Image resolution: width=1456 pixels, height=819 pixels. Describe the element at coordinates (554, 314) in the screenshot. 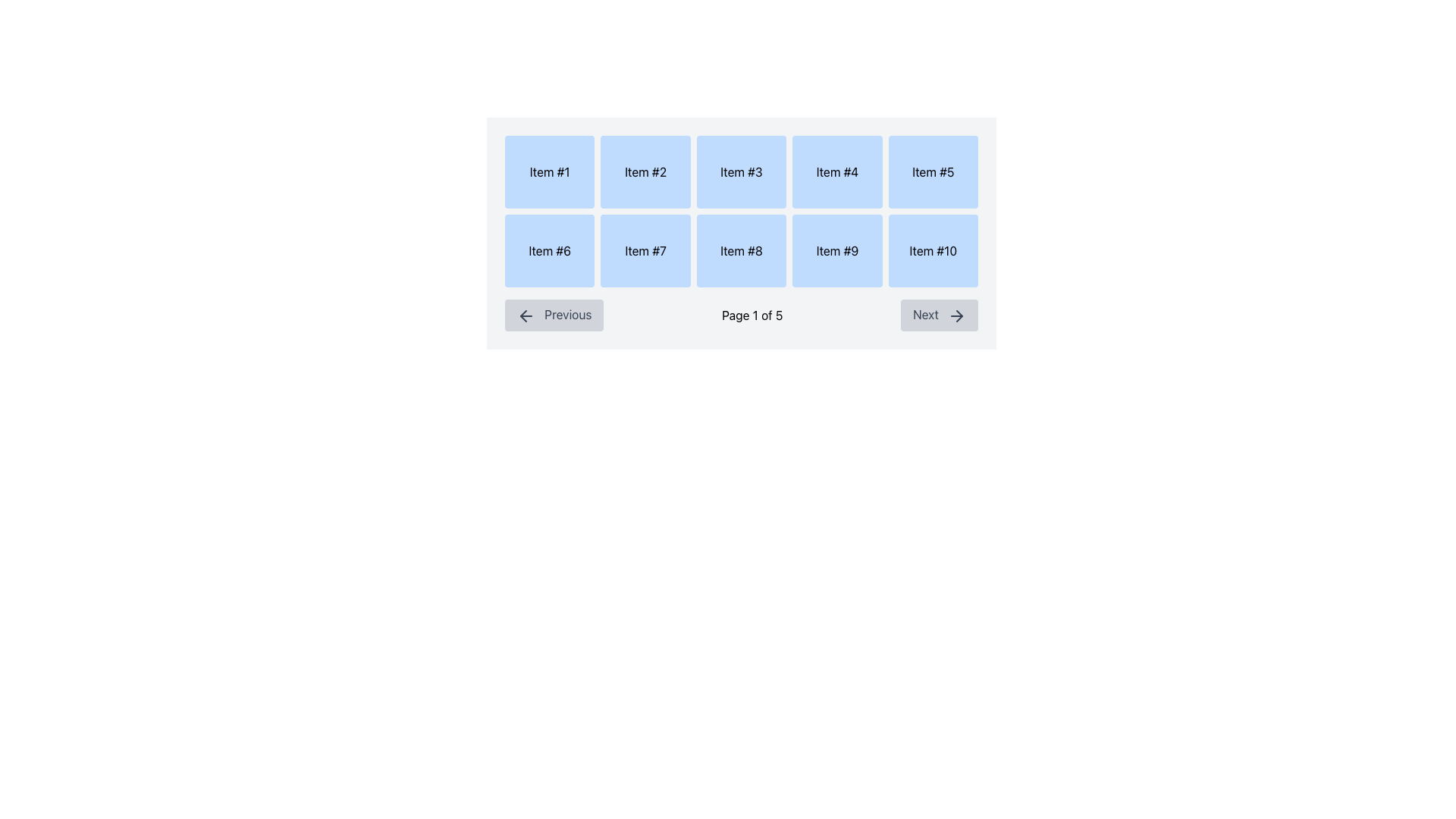

I see `the 'Previous' button, which is a rectangular button with a light gray background, rounded corners, and an arrow icon pointing left, located on the left side of the pagination control panel` at that location.